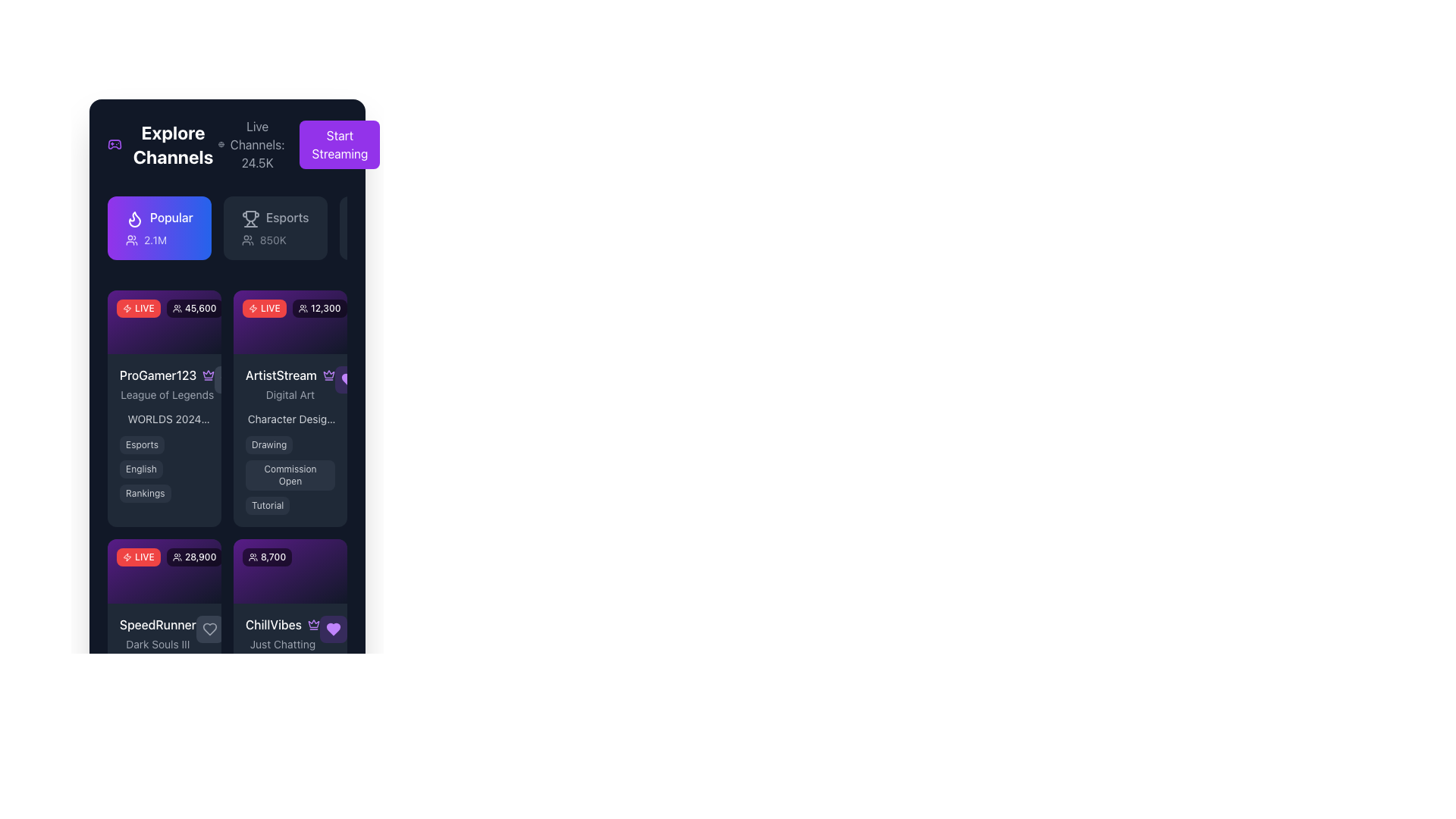  I want to click on the static text label displaying 'Just Chatting' in a small, gray font, which is located directly beneath the 'ChillVibes' label in a structured list or grid interface, so click(283, 644).